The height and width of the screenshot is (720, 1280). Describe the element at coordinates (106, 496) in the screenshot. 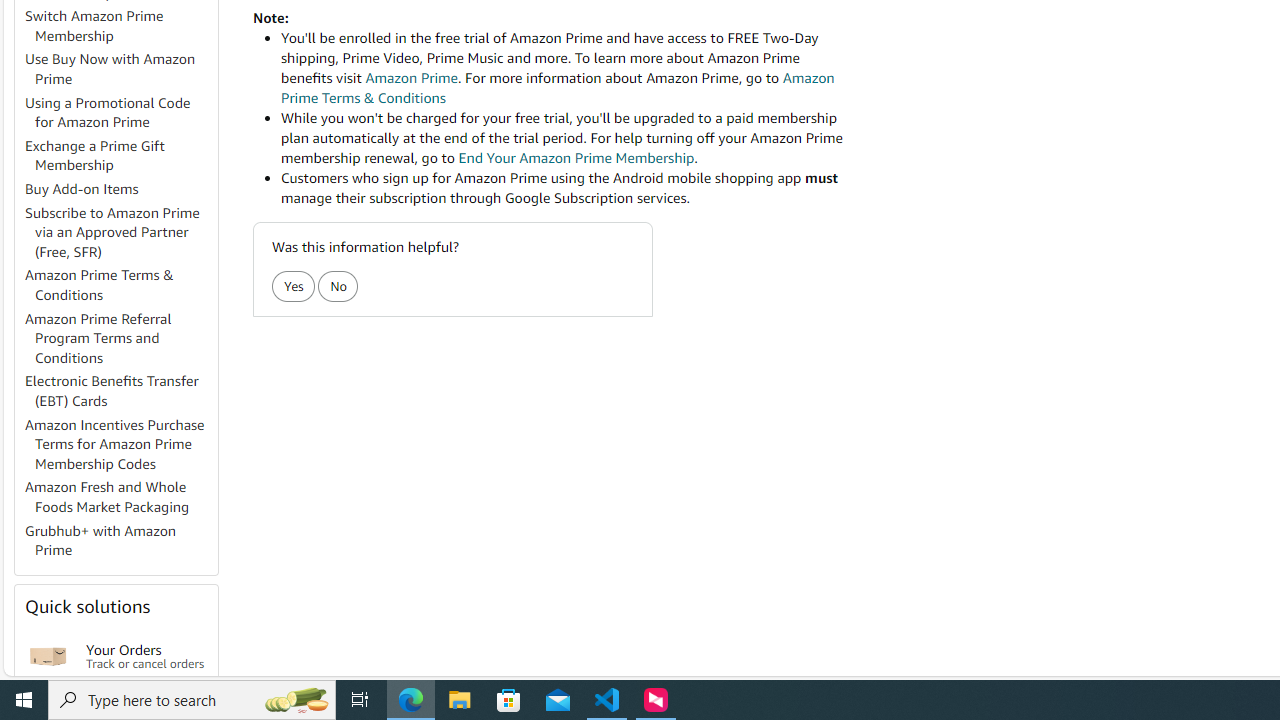

I see `'Amazon Fresh and Whole Foods Market Packaging'` at that location.